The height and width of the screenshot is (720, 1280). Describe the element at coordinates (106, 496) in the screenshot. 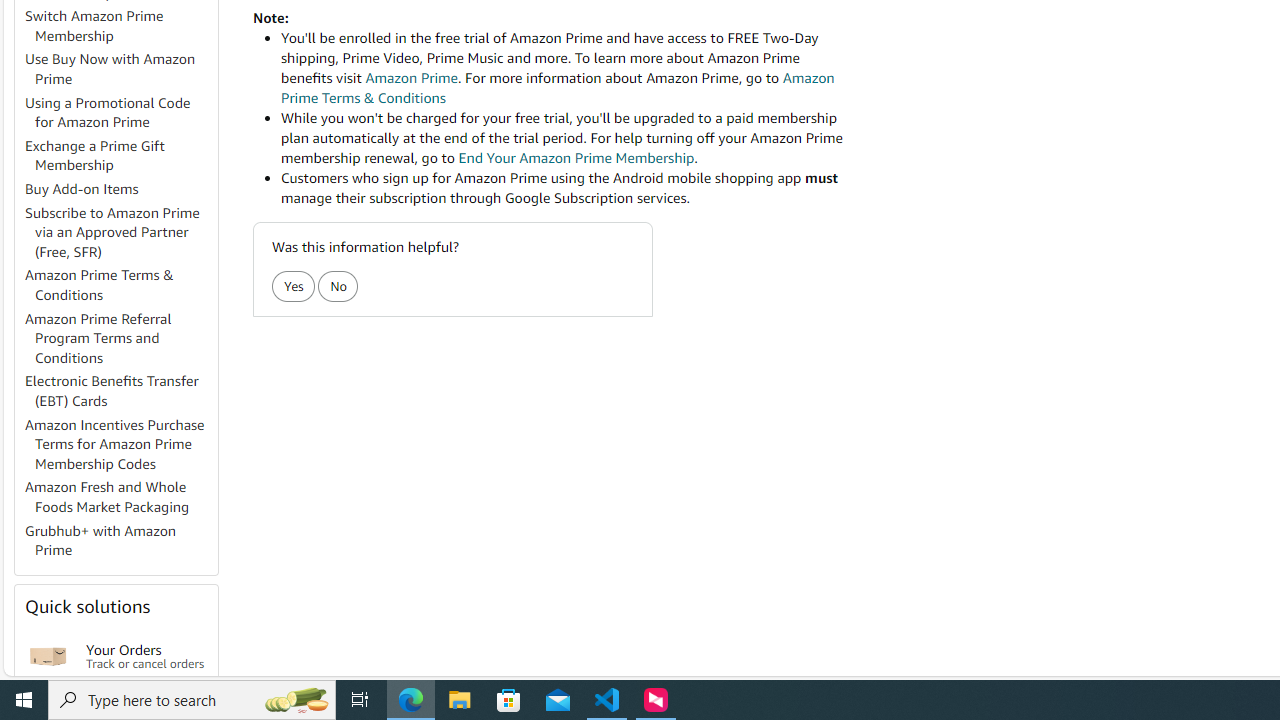

I see `'Amazon Fresh and Whole Foods Market Packaging'` at that location.